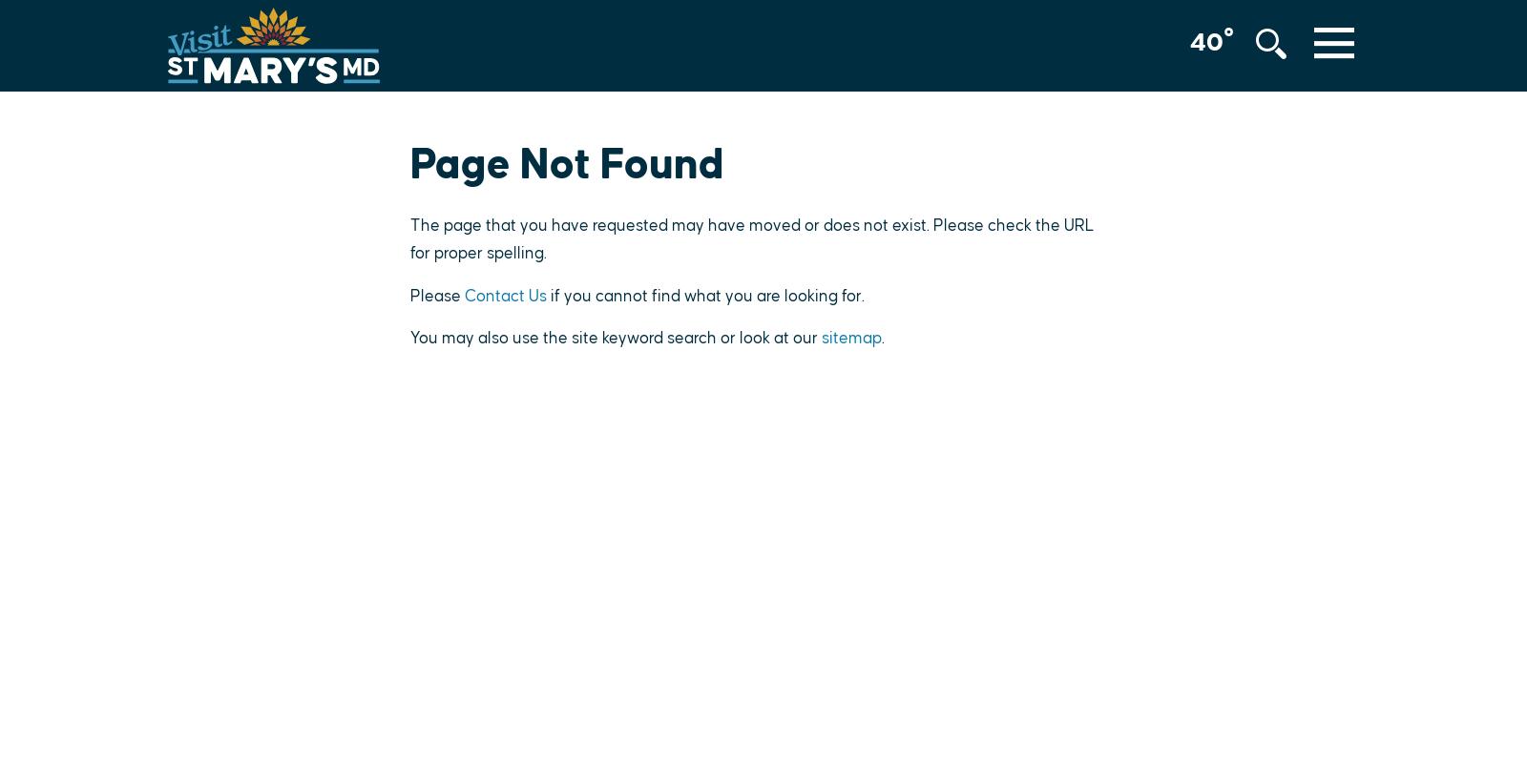  I want to click on 'if you cannot find what you are looking for.', so click(705, 295).